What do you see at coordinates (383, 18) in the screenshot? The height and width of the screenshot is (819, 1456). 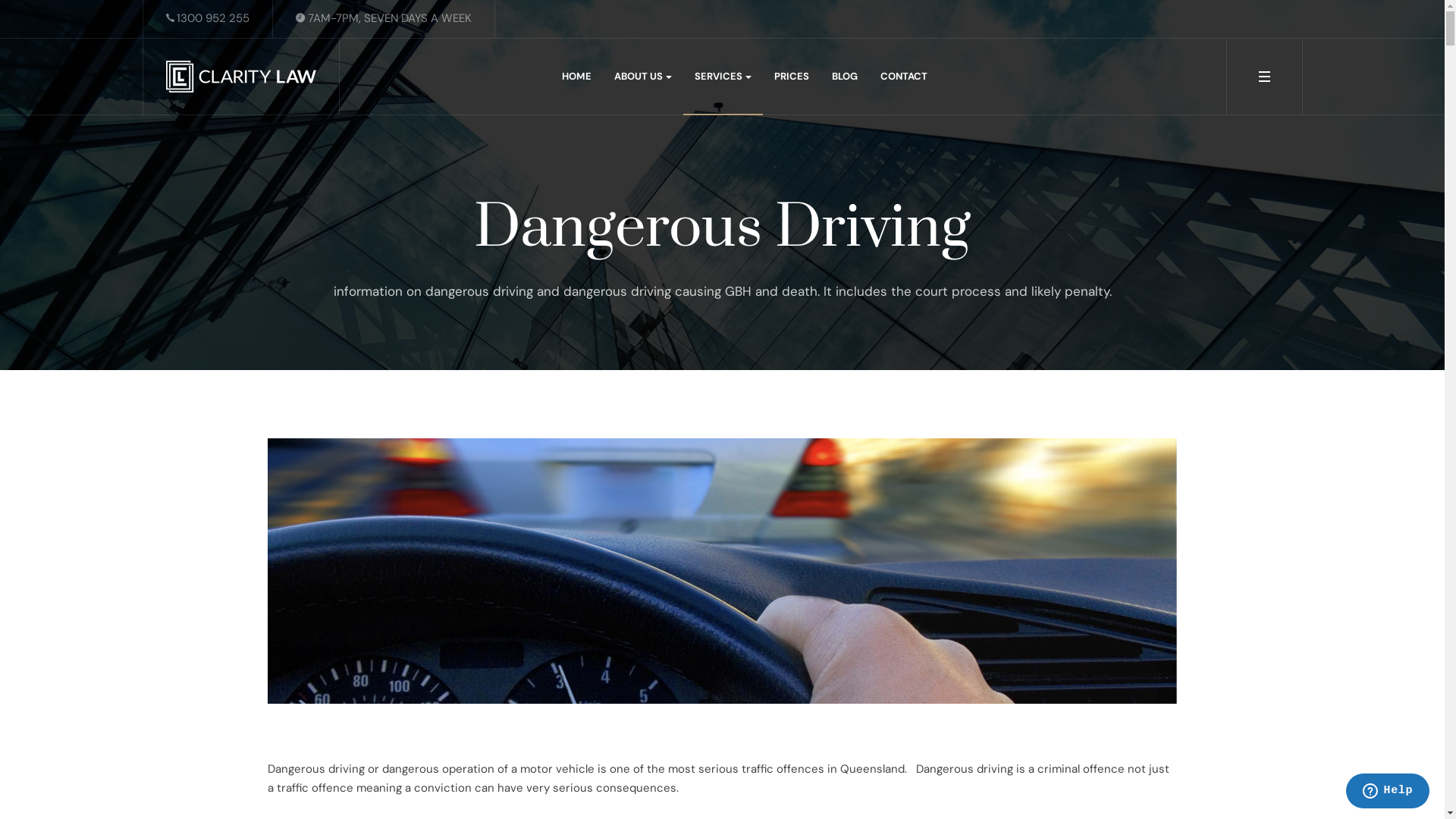 I see `'7AM-7PM, SEVEN DAYS A WEEK'` at bounding box center [383, 18].